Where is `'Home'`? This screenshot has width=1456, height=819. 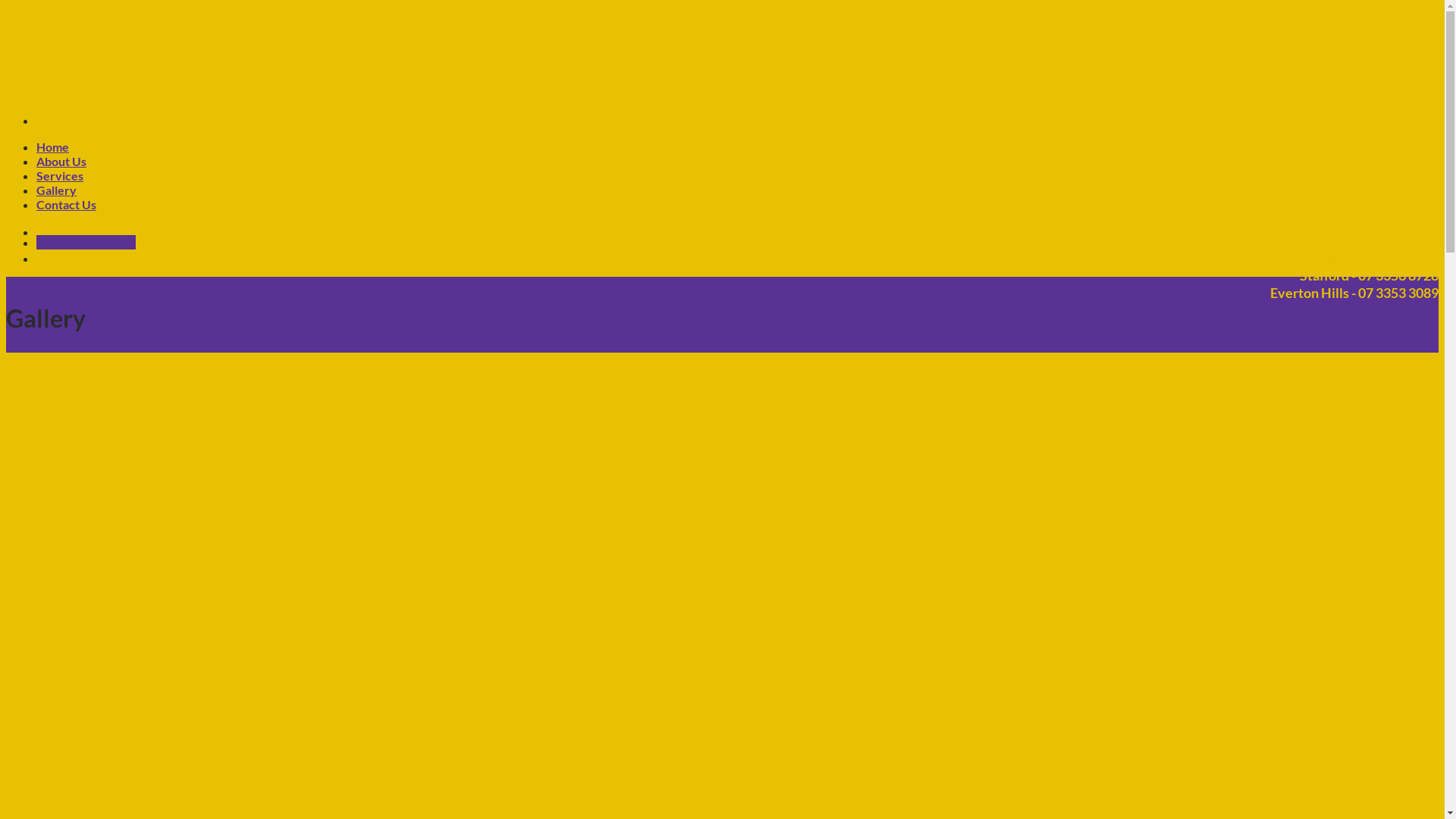 'Home' is located at coordinates (52, 146).